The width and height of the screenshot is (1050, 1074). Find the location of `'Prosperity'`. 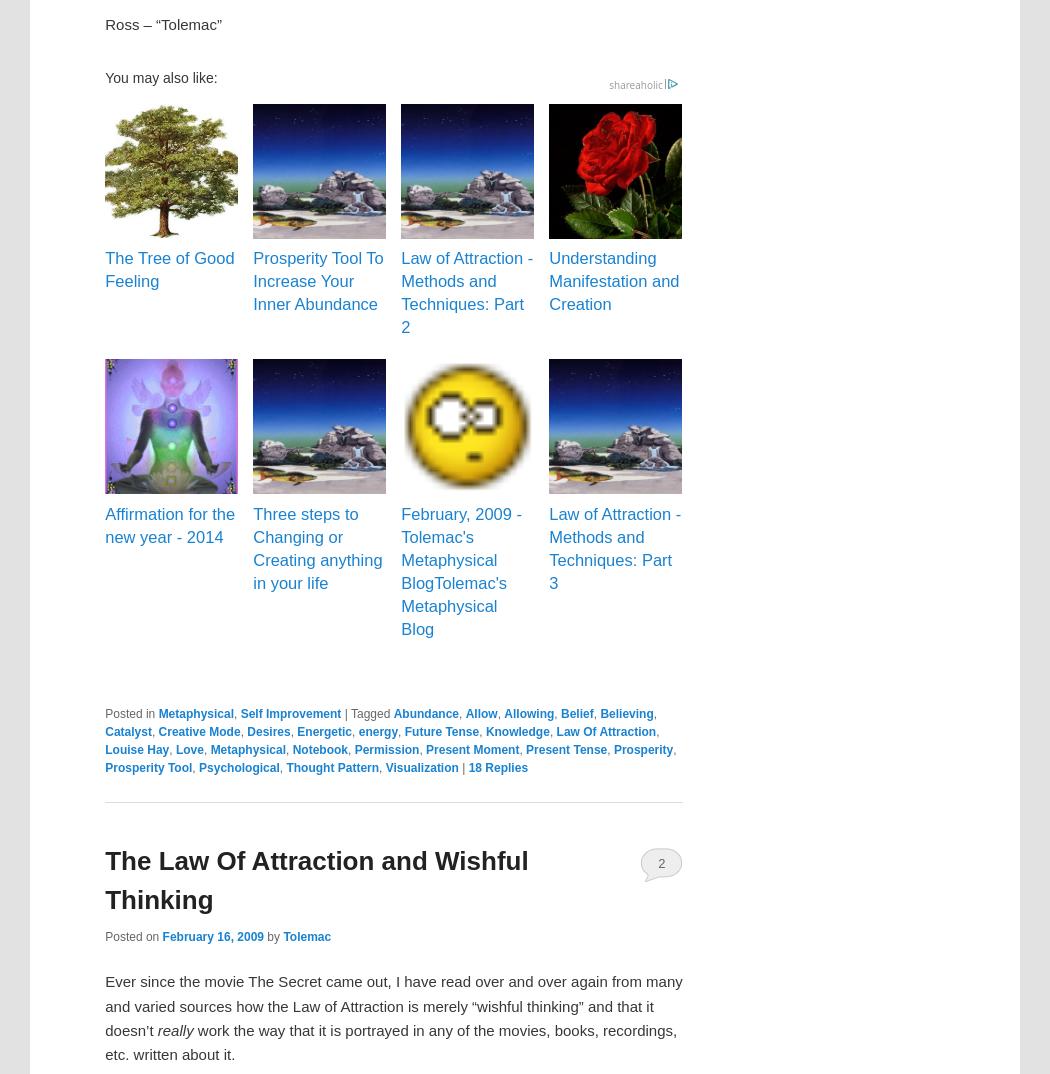

'Prosperity' is located at coordinates (642, 749).